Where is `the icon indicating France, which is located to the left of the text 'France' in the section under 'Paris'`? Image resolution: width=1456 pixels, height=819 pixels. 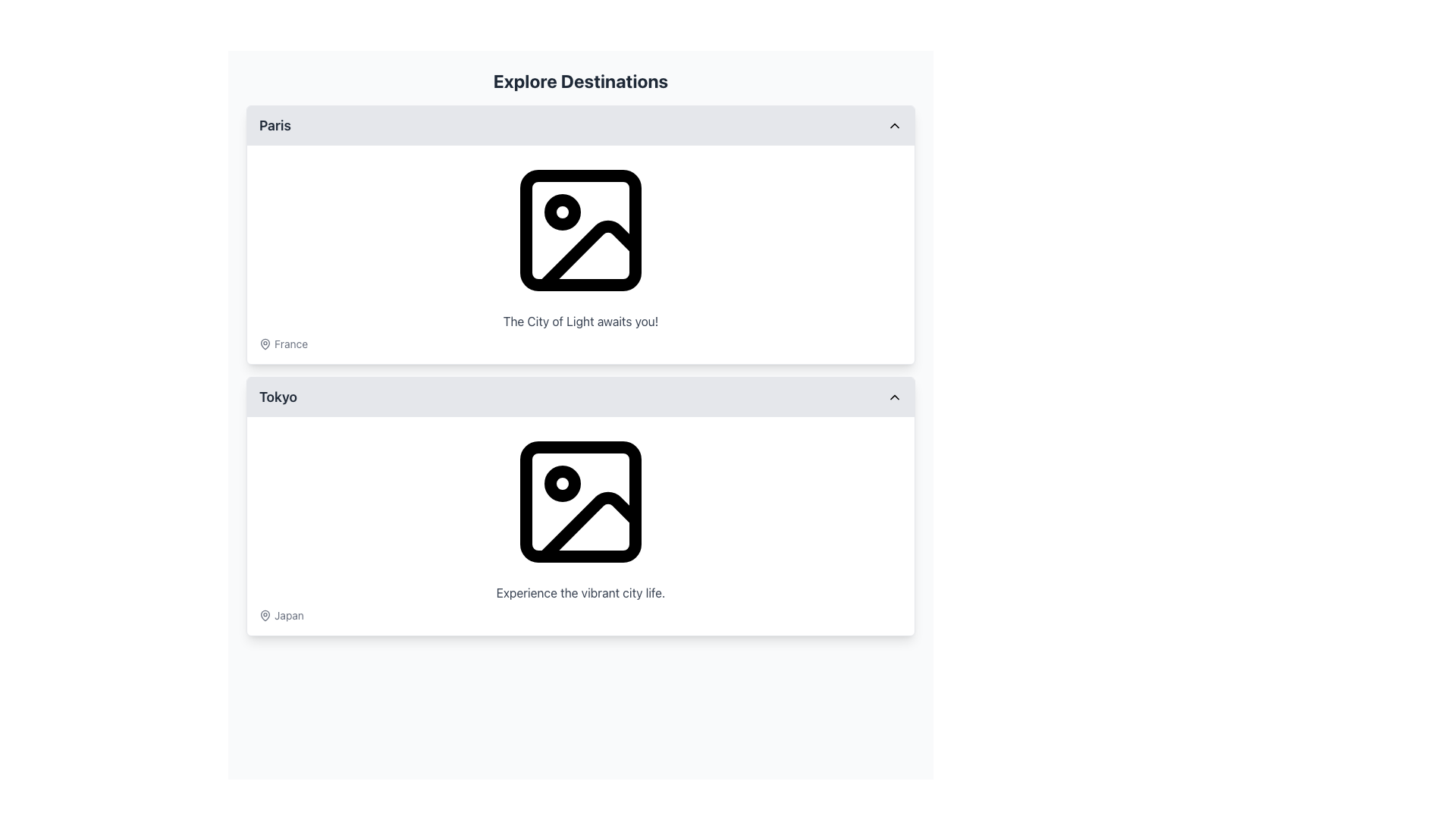 the icon indicating France, which is located to the left of the text 'France' in the section under 'Paris' is located at coordinates (265, 344).